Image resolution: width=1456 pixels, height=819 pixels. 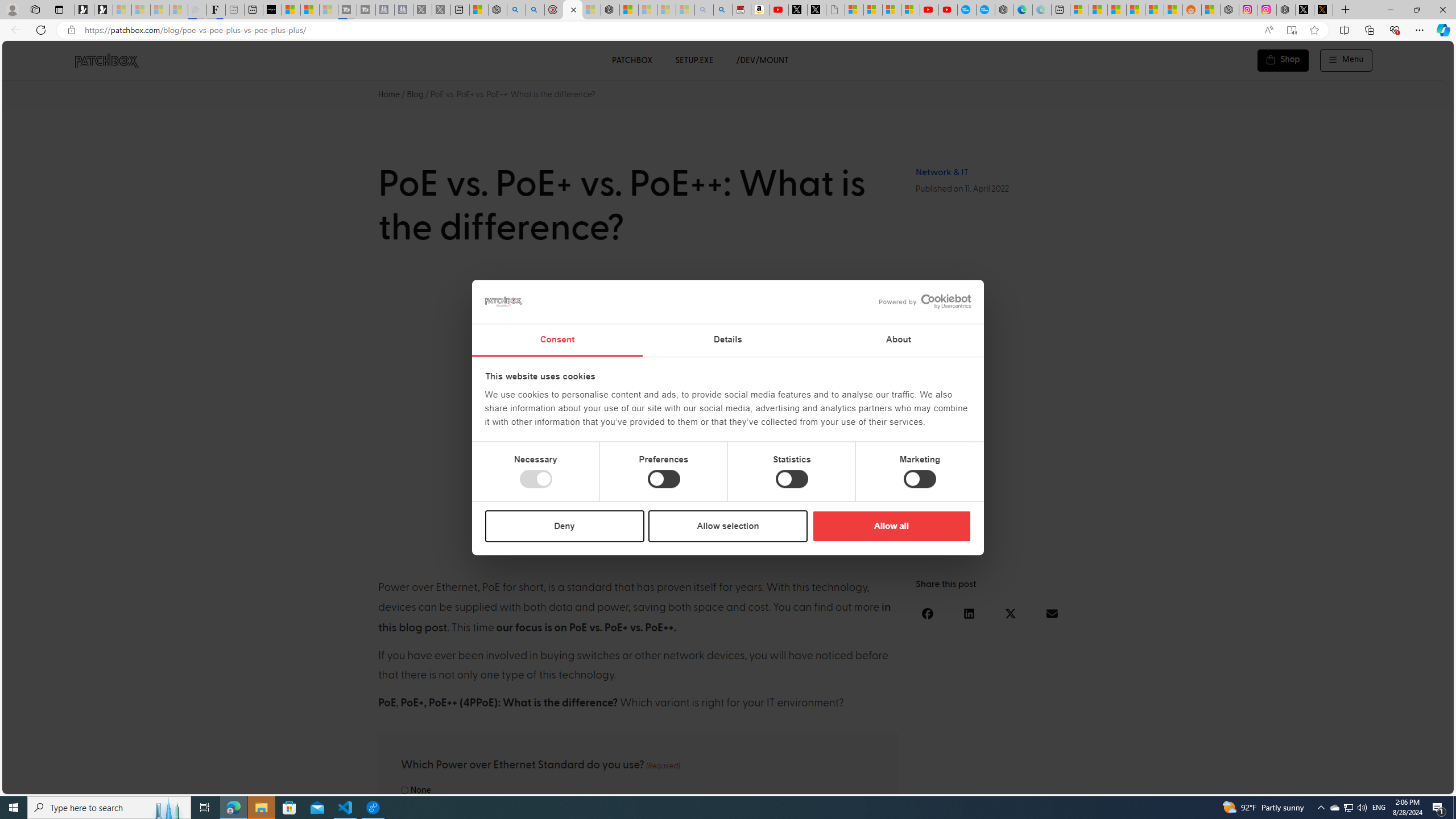 What do you see at coordinates (535, 479) in the screenshot?
I see `'Necessary'` at bounding box center [535, 479].